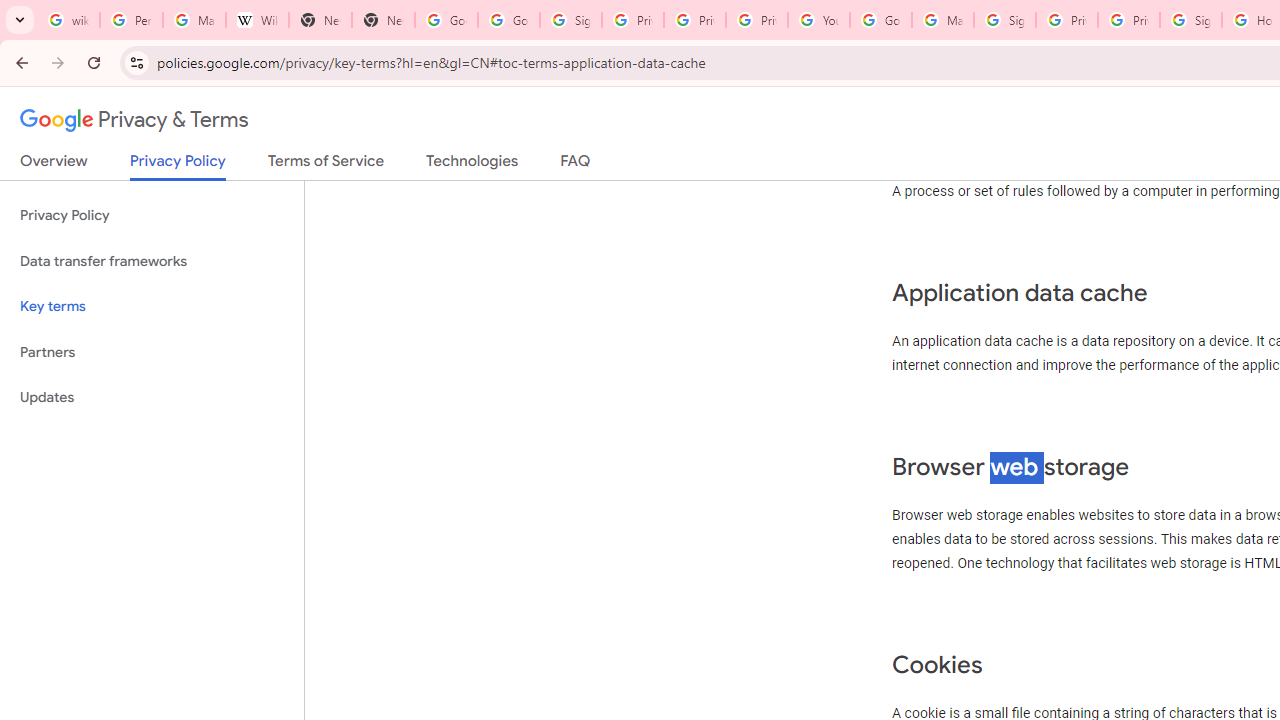  Describe the element at coordinates (1191, 20) in the screenshot. I see `'Sign in - Google Accounts'` at that location.